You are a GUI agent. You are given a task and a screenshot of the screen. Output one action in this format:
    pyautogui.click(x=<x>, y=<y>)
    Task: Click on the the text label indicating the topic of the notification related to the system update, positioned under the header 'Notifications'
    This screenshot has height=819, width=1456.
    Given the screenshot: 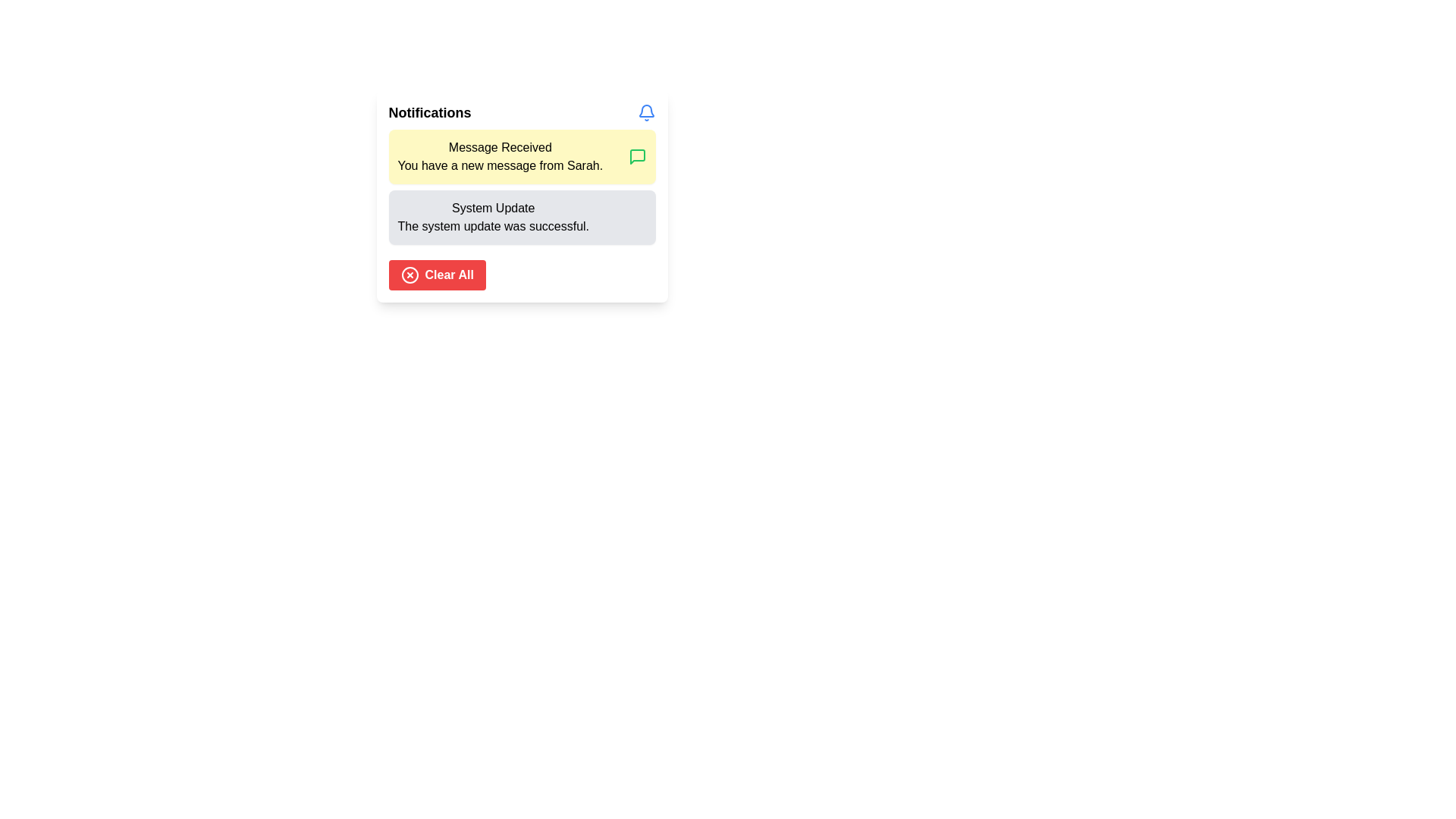 What is the action you would take?
    pyautogui.click(x=493, y=208)
    